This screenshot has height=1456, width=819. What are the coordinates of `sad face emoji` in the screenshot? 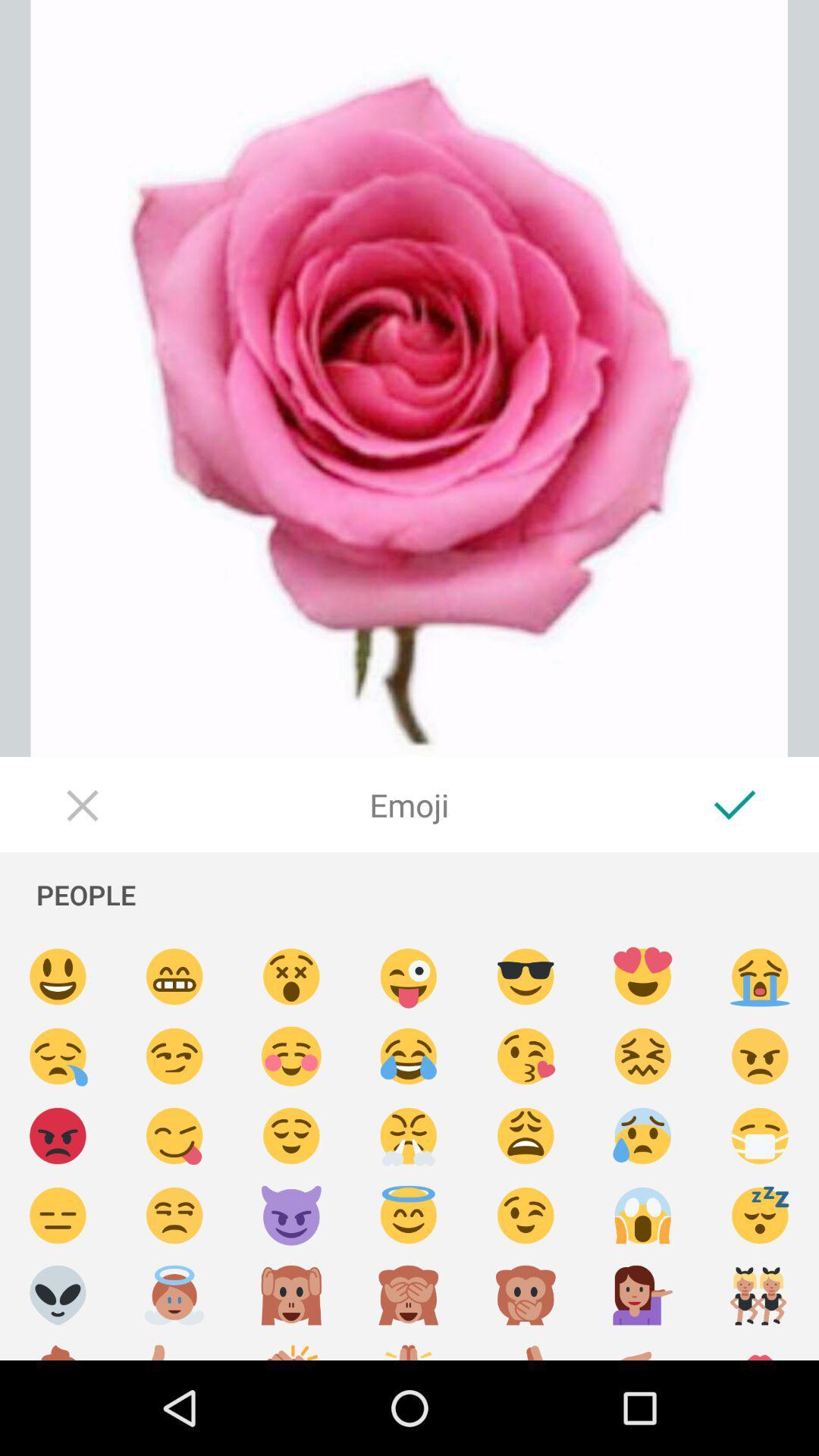 It's located at (643, 1136).